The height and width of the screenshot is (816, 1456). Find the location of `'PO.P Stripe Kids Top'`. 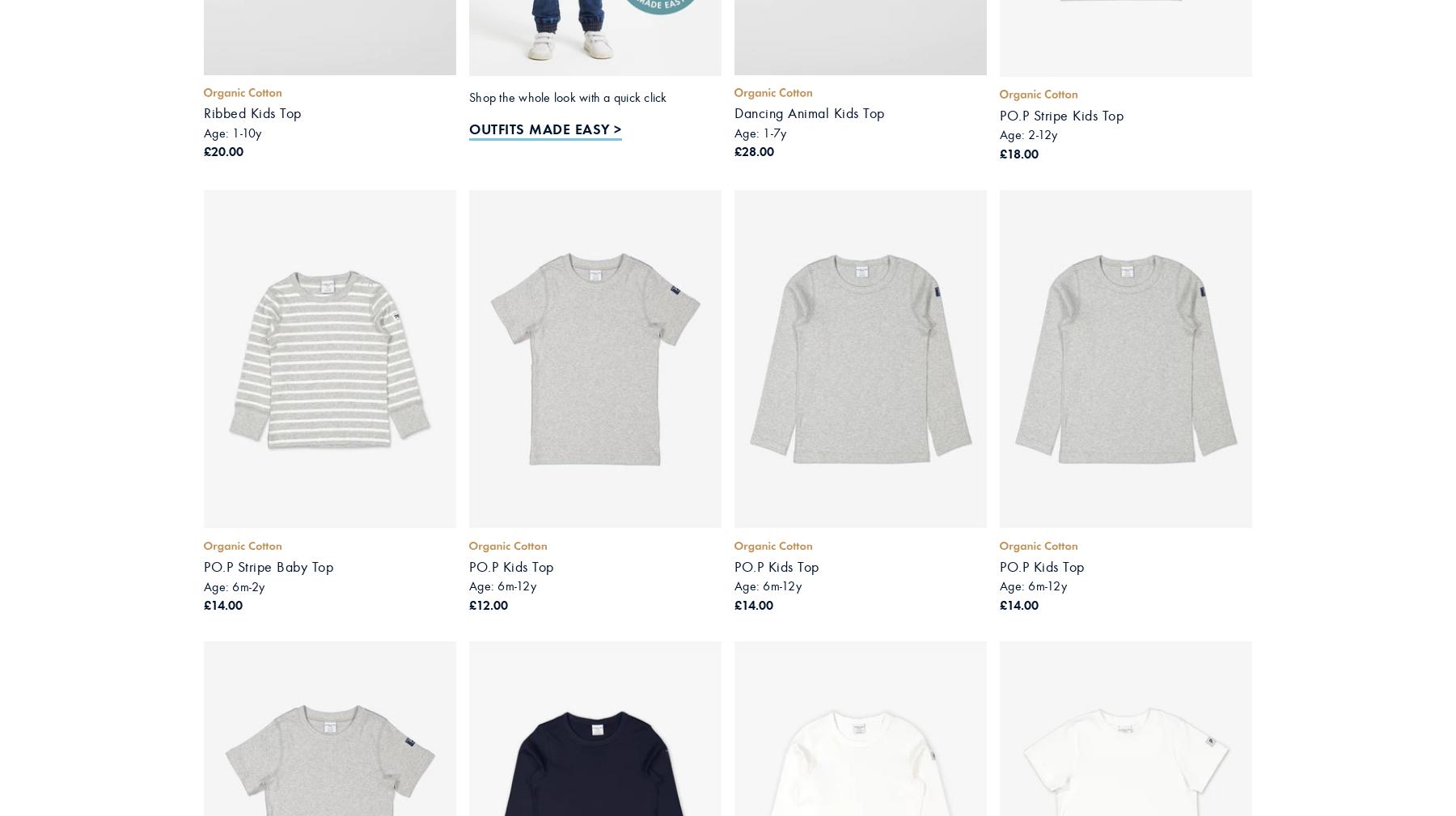

'PO.P Stripe Kids Top' is located at coordinates (1061, 115).